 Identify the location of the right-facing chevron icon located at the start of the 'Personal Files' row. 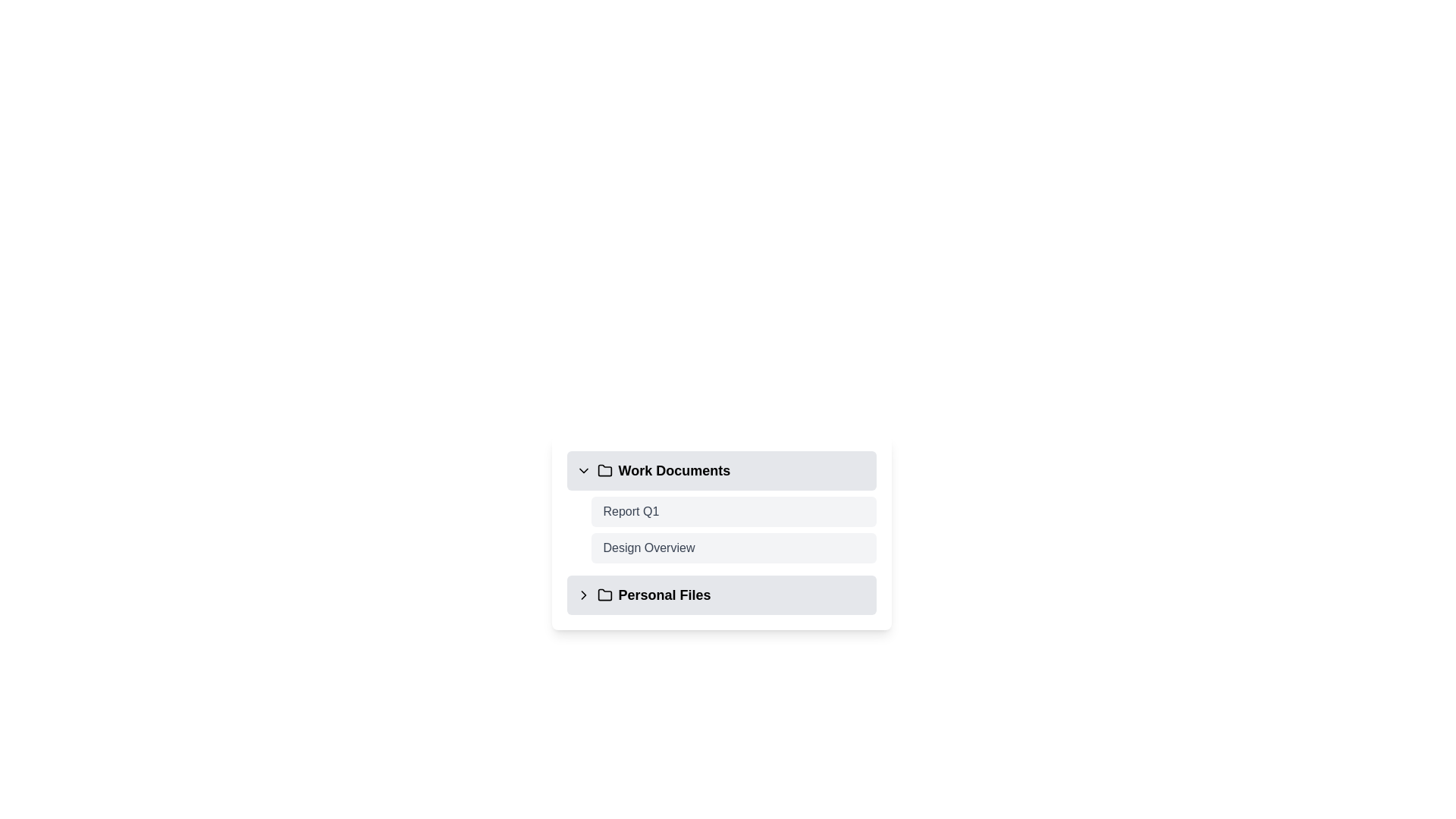
(582, 595).